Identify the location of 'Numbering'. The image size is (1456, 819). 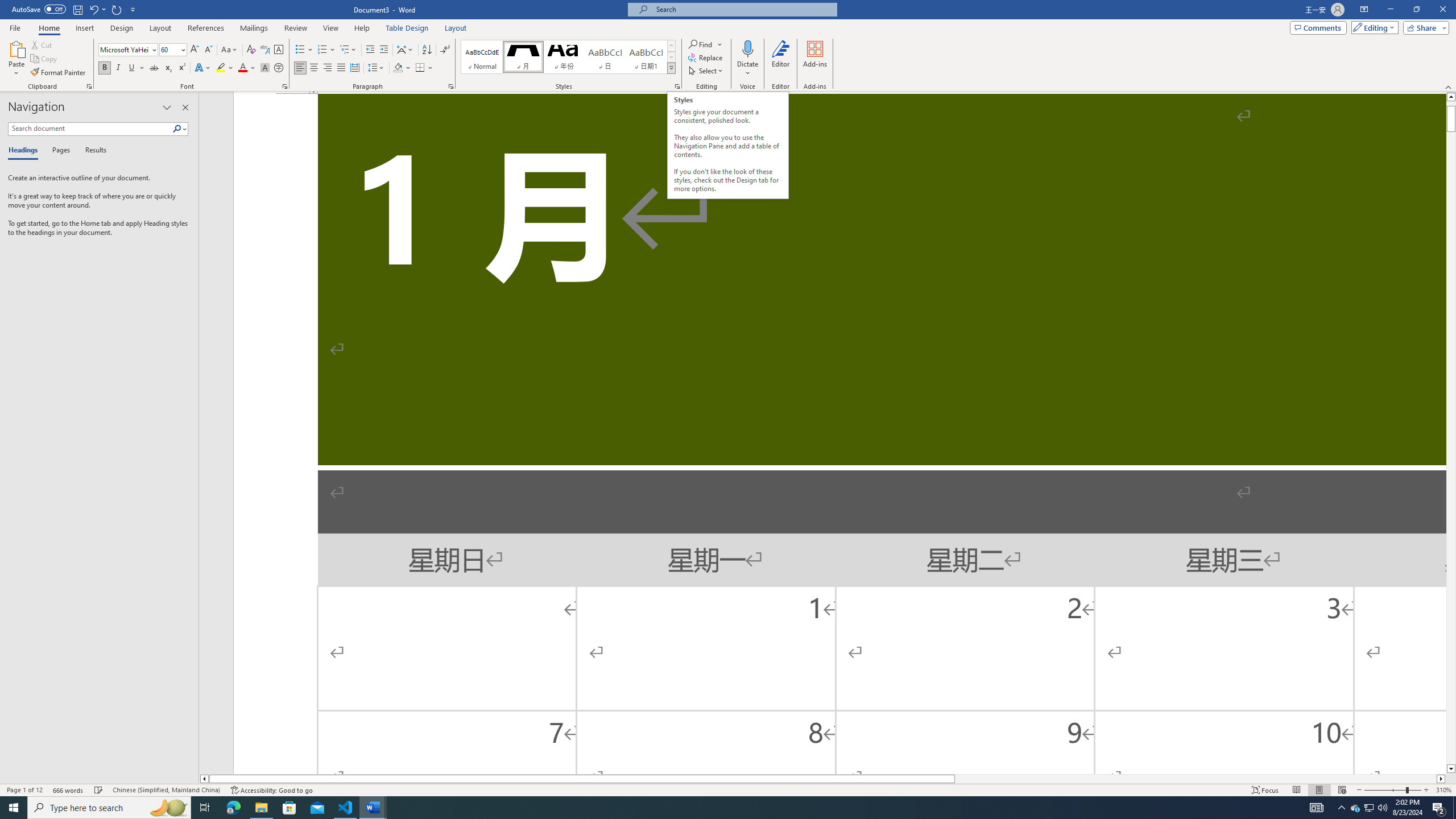
(326, 49).